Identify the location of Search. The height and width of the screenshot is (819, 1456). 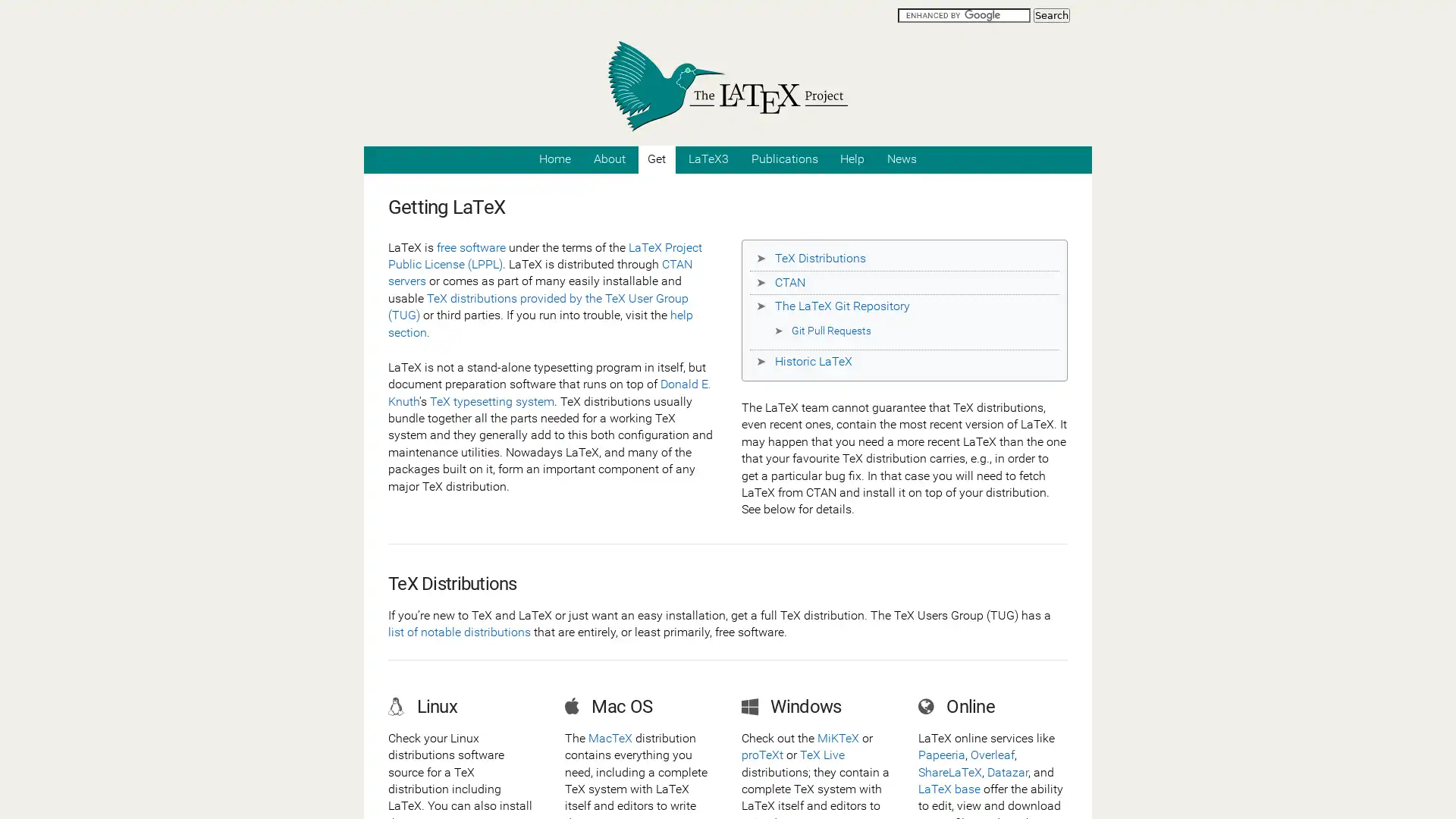
(1051, 15).